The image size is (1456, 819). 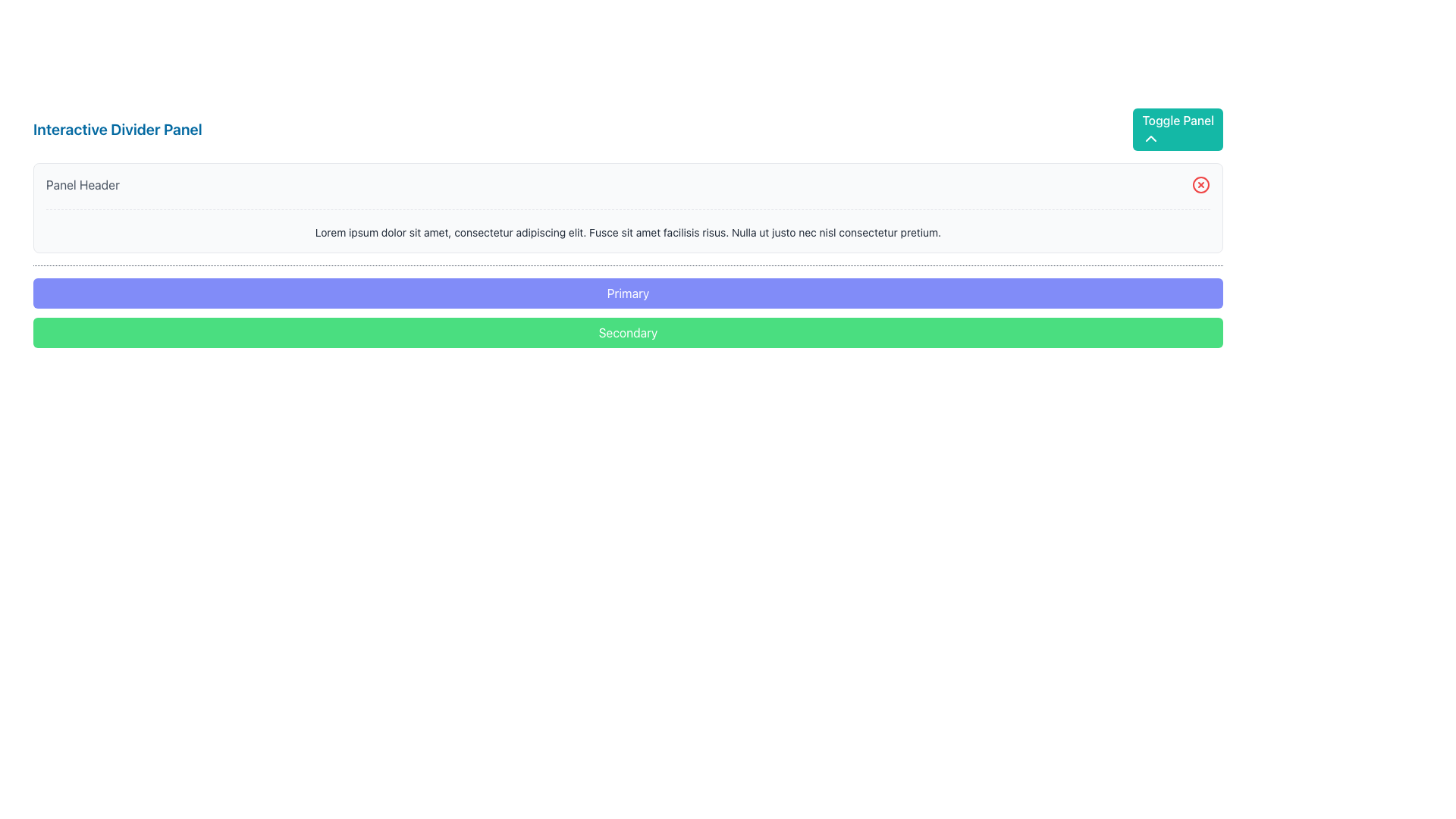 What do you see at coordinates (1177, 128) in the screenshot?
I see `the teal-colored 'Toggle Panel' button with white text and an upward-pointing chevron icon` at bounding box center [1177, 128].